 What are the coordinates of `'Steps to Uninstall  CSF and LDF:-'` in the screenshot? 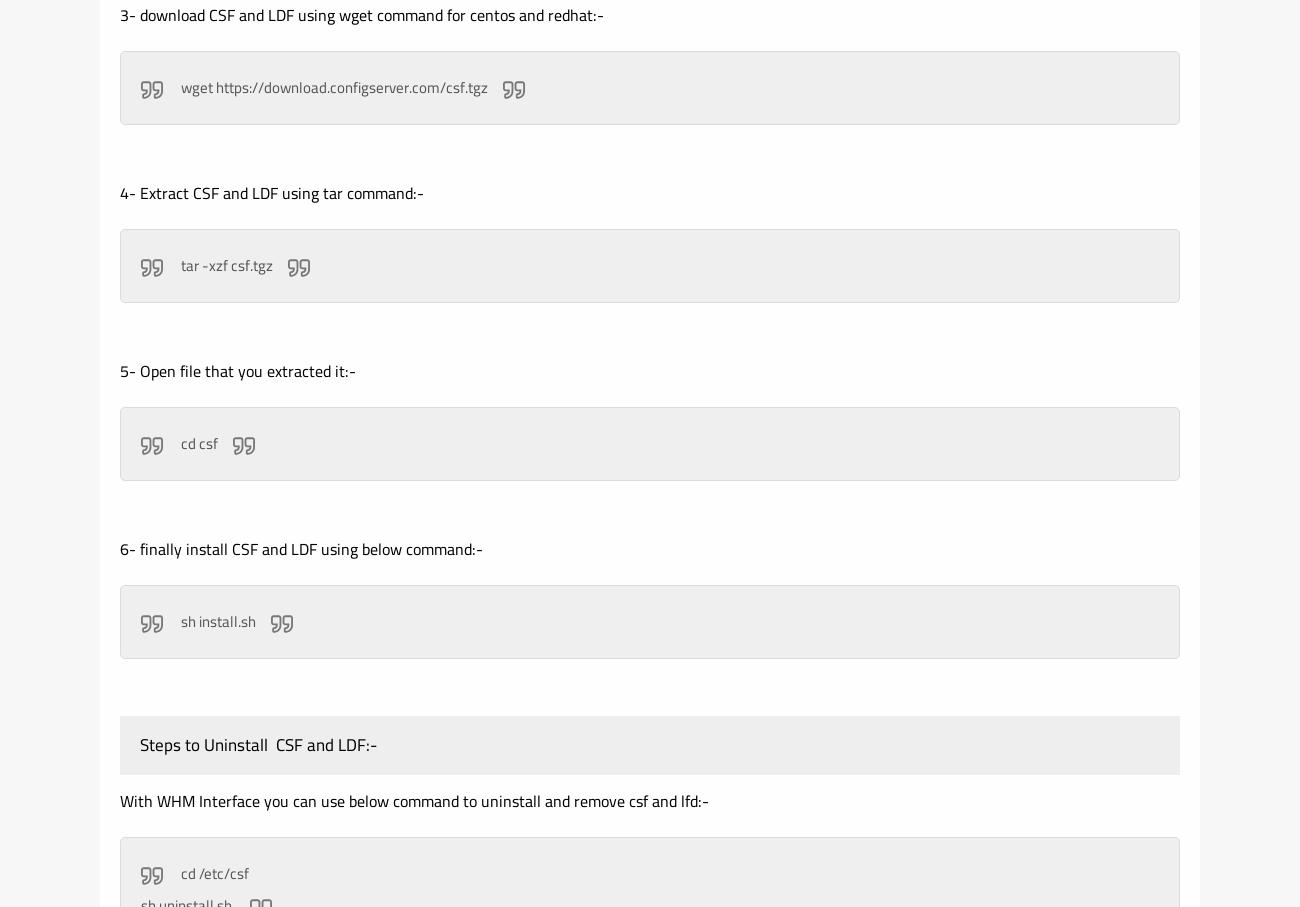 It's located at (257, 744).